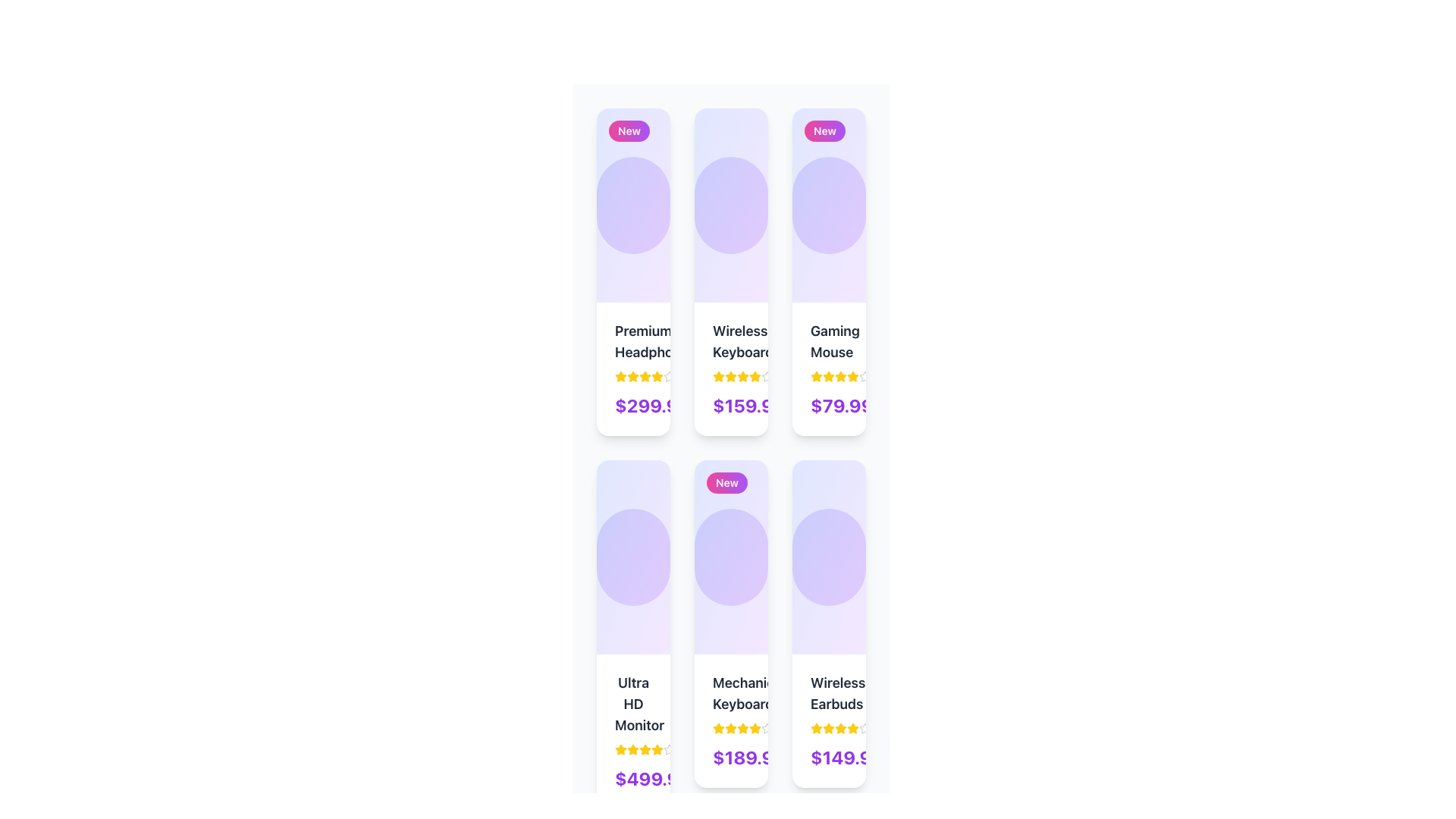  Describe the element at coordinates (828, 557) in the screenshot. I see `the circular gradient design element with indigo to purple hues located in the fifth card of a vertical grid of product cards` at that location.